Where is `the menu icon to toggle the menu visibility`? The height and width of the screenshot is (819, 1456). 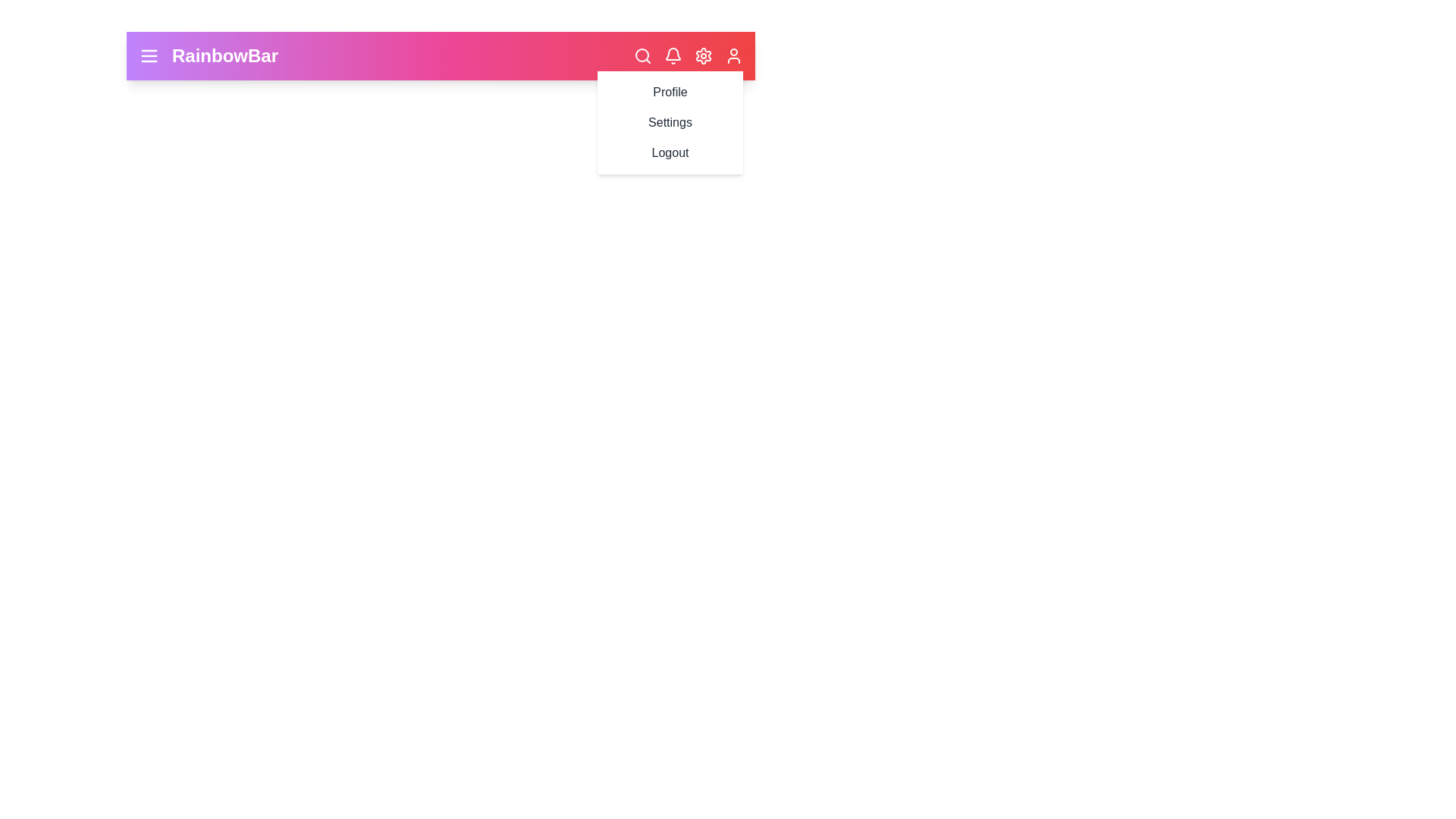 the menu icon to toggle the menu visibility is located at coordinates (149, 55).